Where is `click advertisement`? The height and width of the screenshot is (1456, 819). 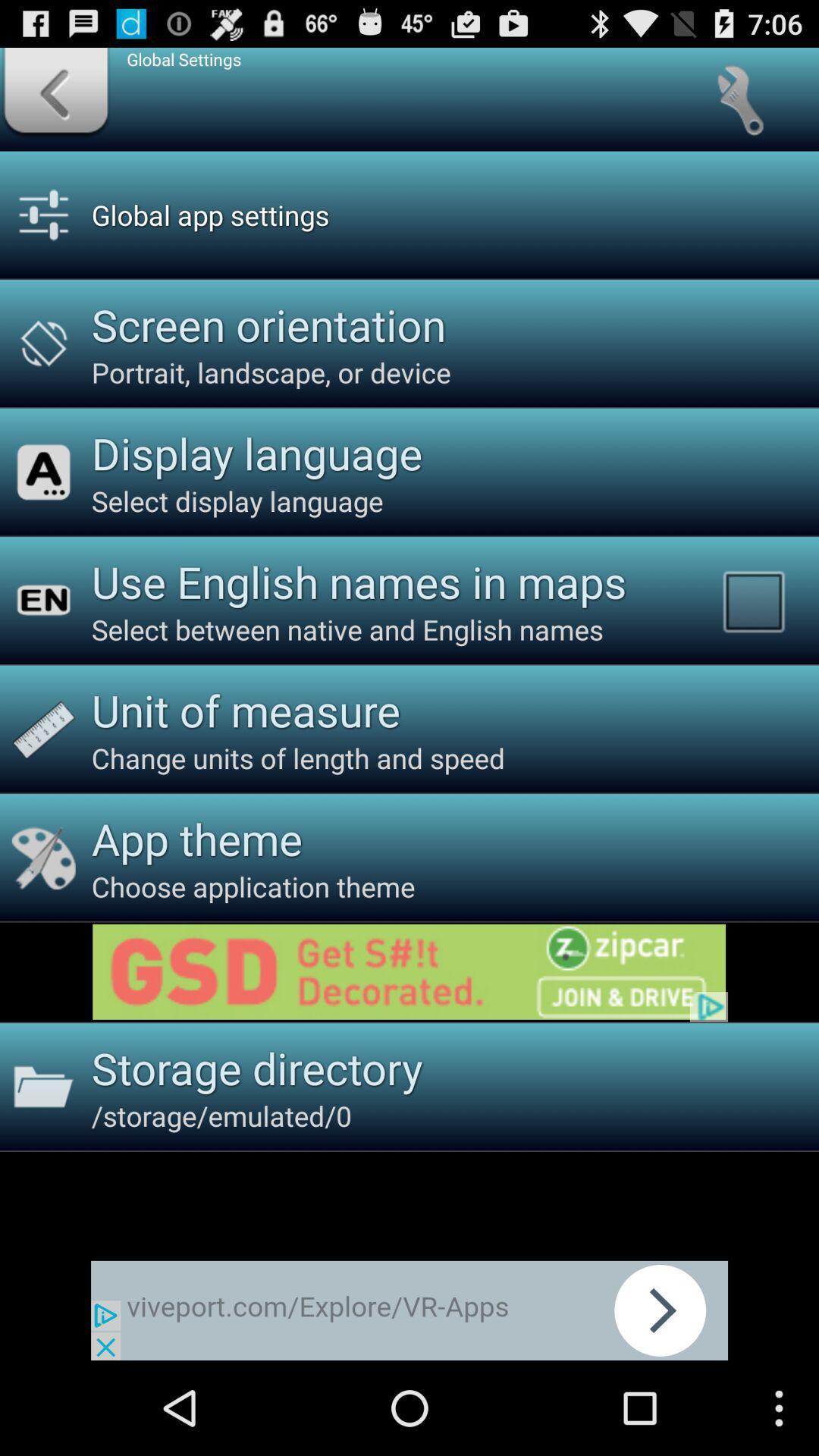 click advertisement is located at coordinates (409, 972).